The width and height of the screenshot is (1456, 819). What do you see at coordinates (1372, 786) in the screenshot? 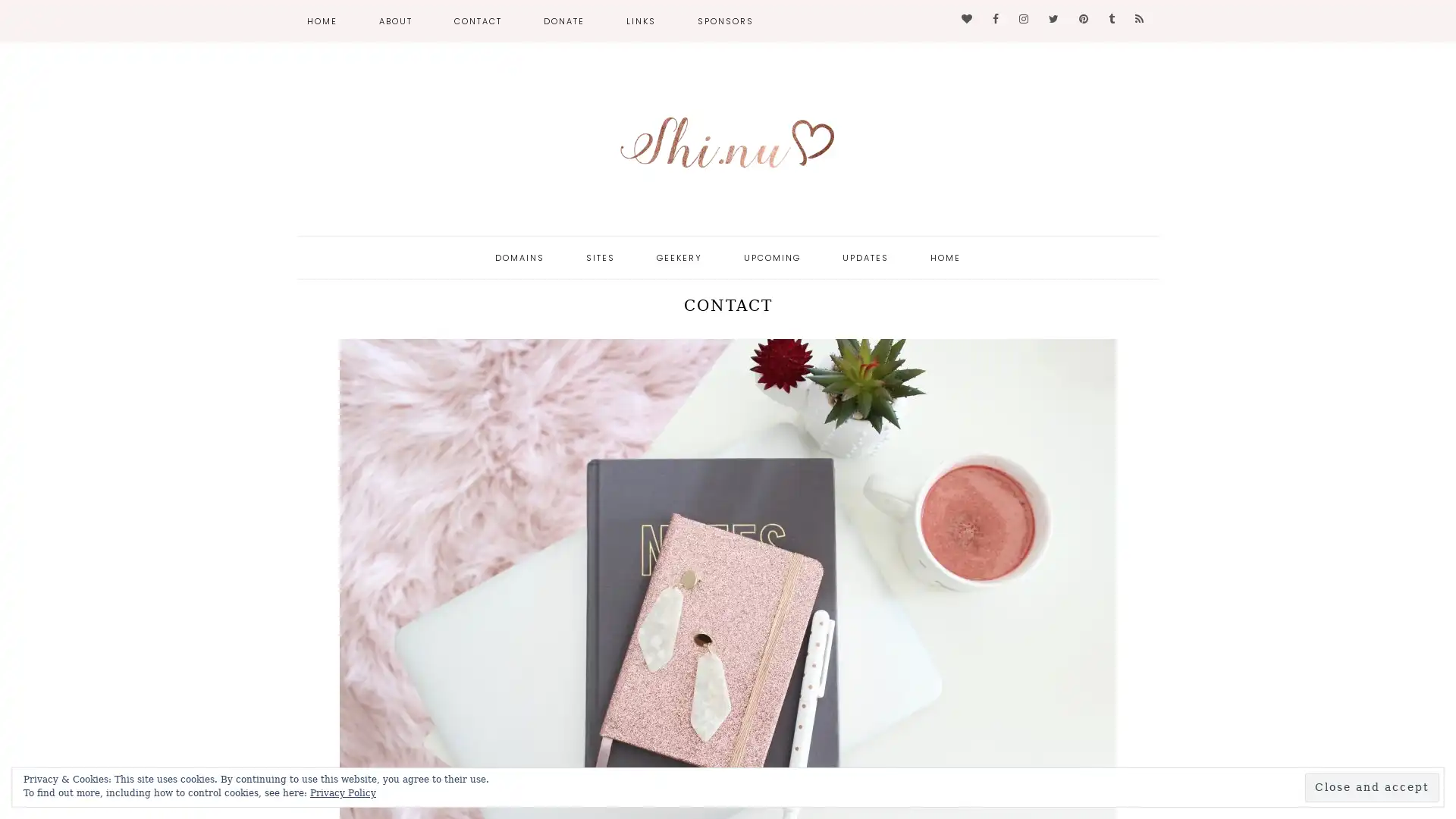
I see `Close and accept` at bounding box center [1372, 786].